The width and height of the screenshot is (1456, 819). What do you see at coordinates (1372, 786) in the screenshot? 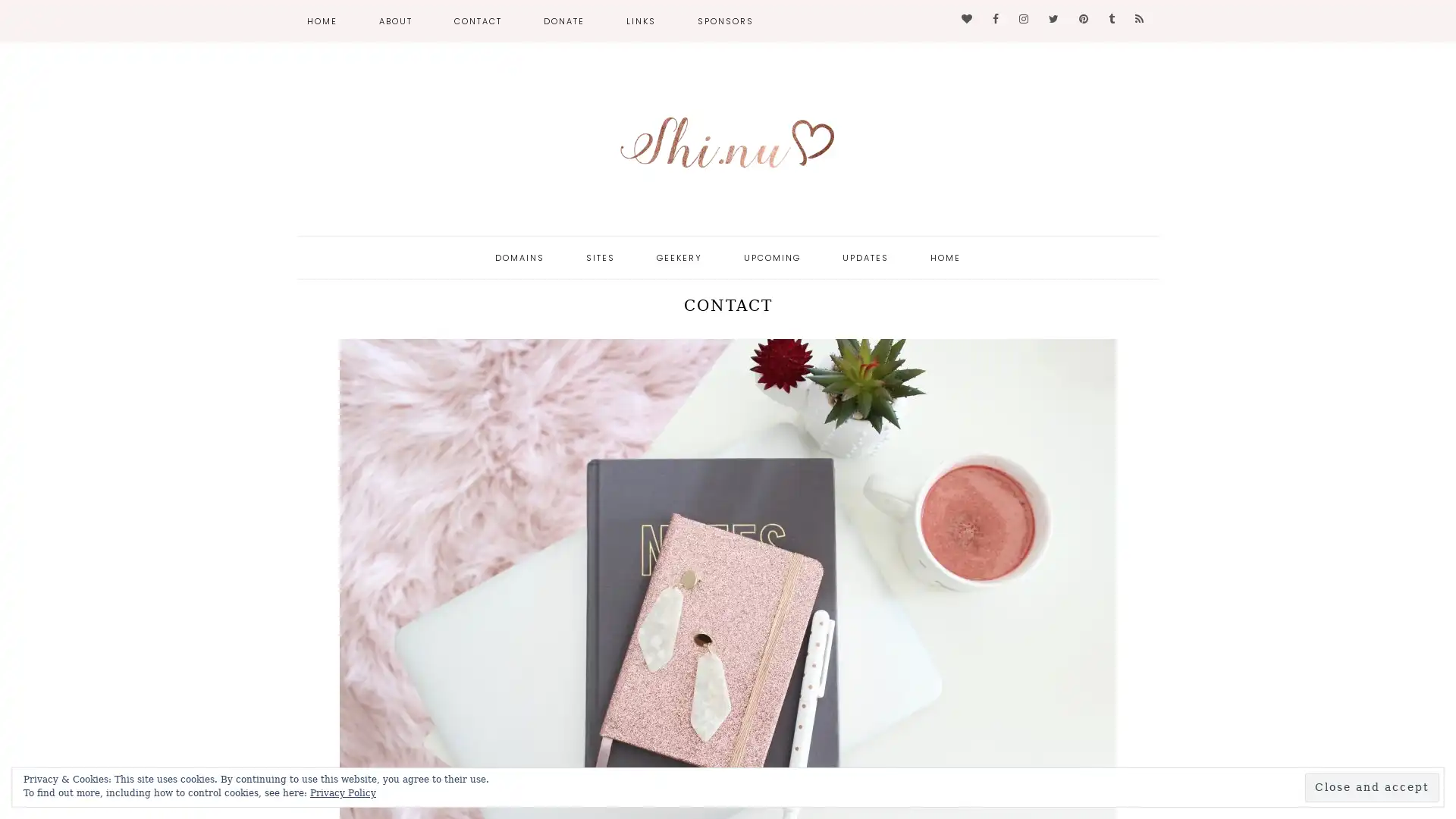
I see `Close and accept` at bounding box center [1372, 786].